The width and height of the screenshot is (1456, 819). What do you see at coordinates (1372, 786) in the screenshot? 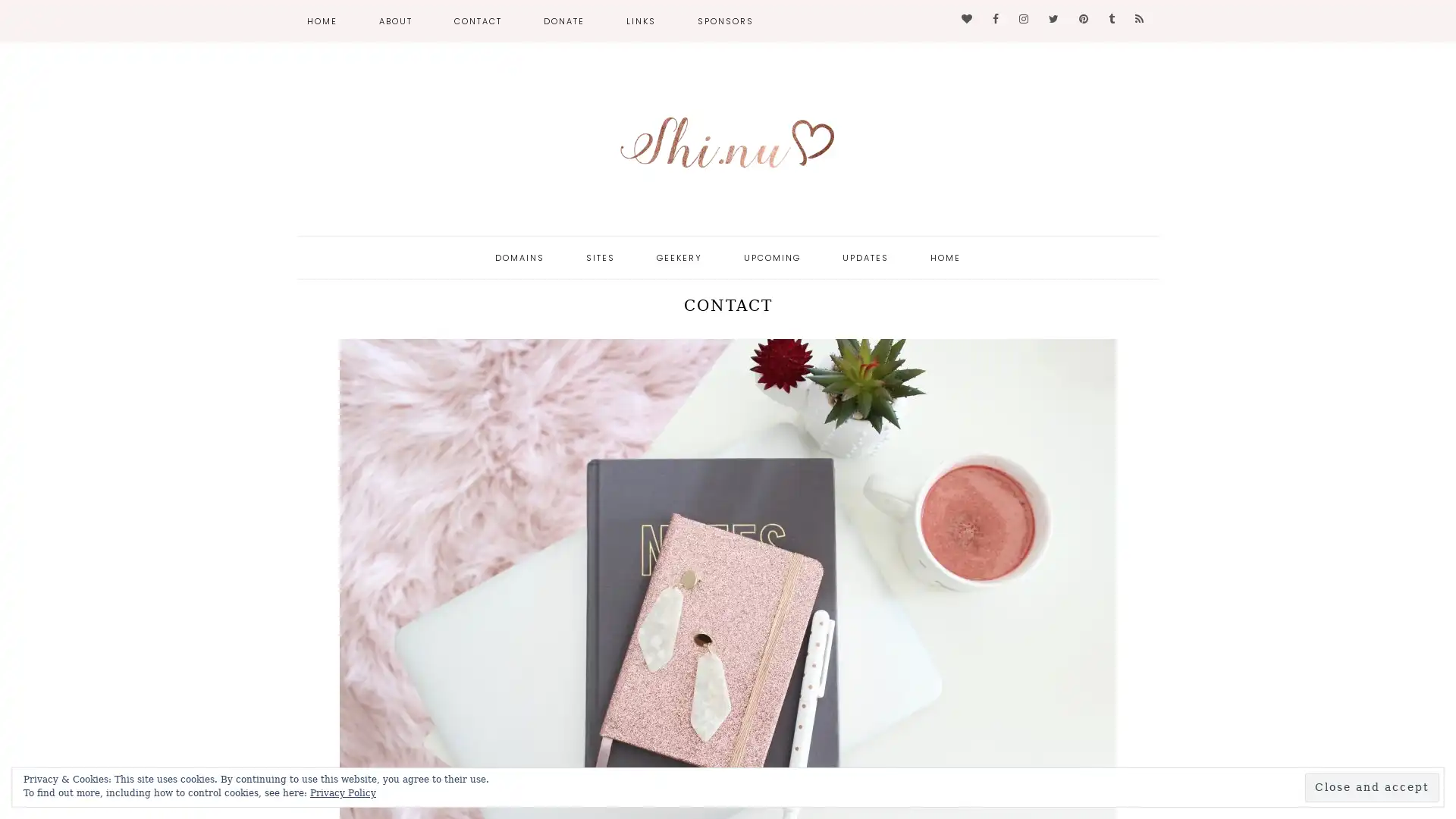
I see `Close and accept` at bounding box center [1372, 786].